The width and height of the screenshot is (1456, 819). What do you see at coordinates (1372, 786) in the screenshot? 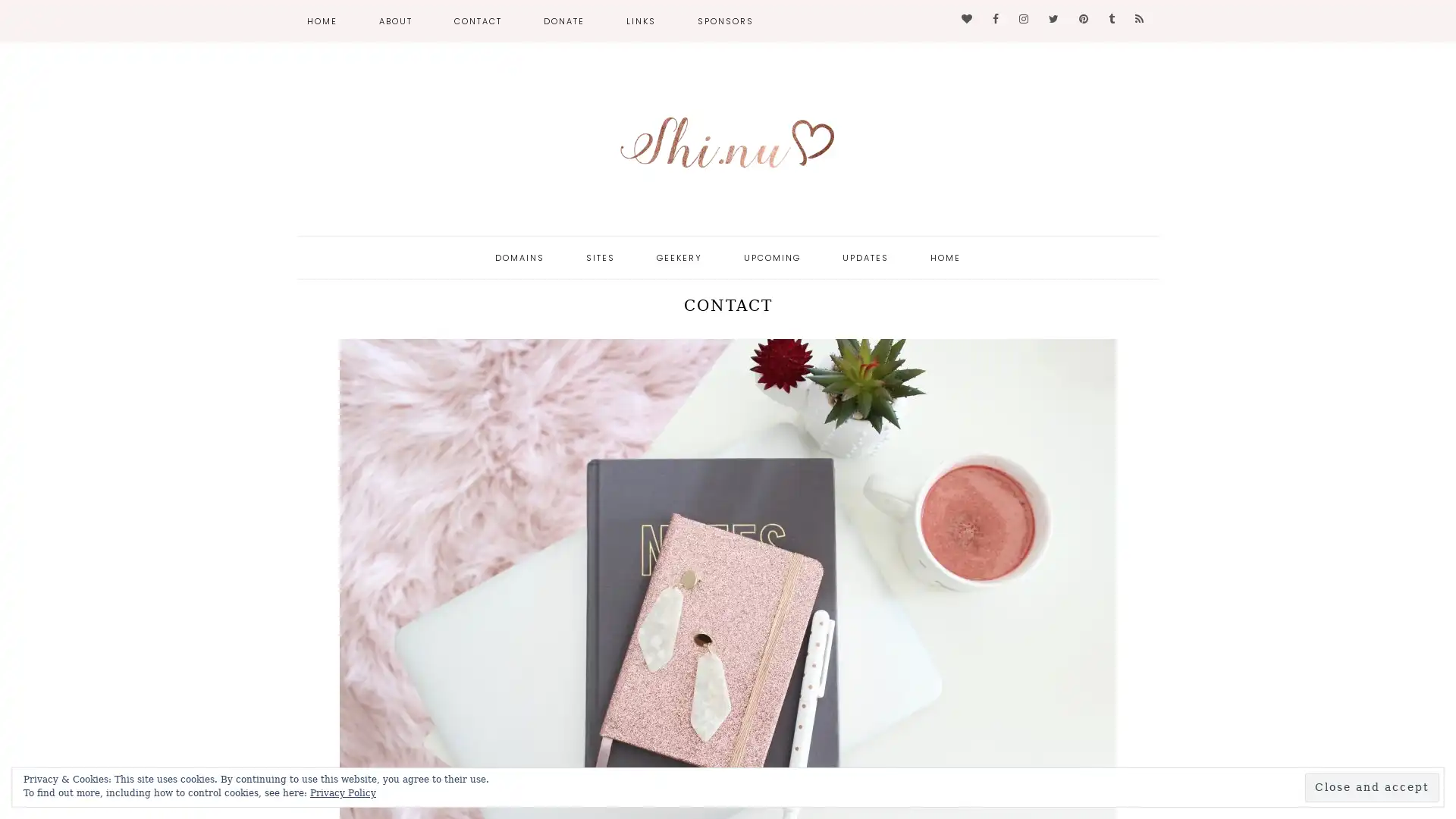
I see `Close and accept` at bounding box center [1372, 786].